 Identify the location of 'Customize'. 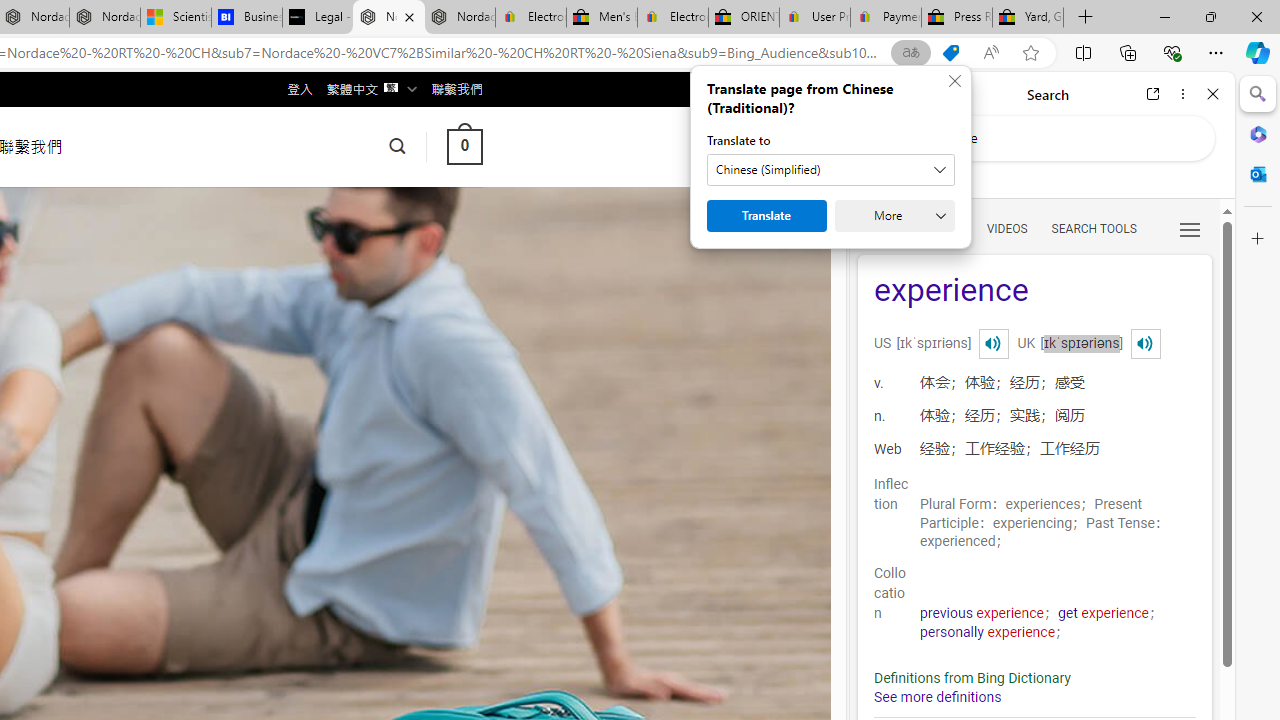
(1257, 238).